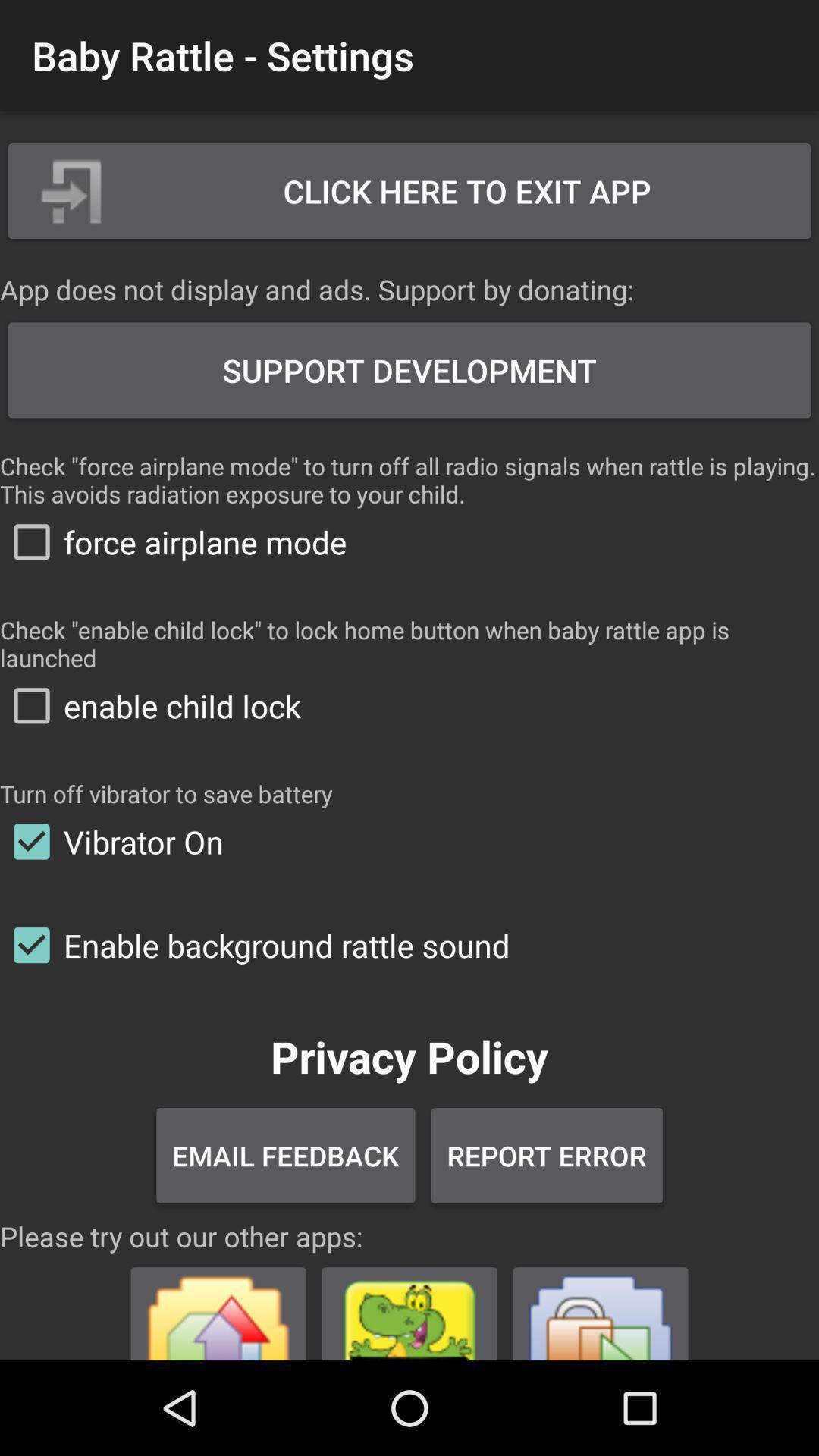  Describe the element at coordinates (409, 1307) in the screenshot. I see `the avatar icon` at that location.